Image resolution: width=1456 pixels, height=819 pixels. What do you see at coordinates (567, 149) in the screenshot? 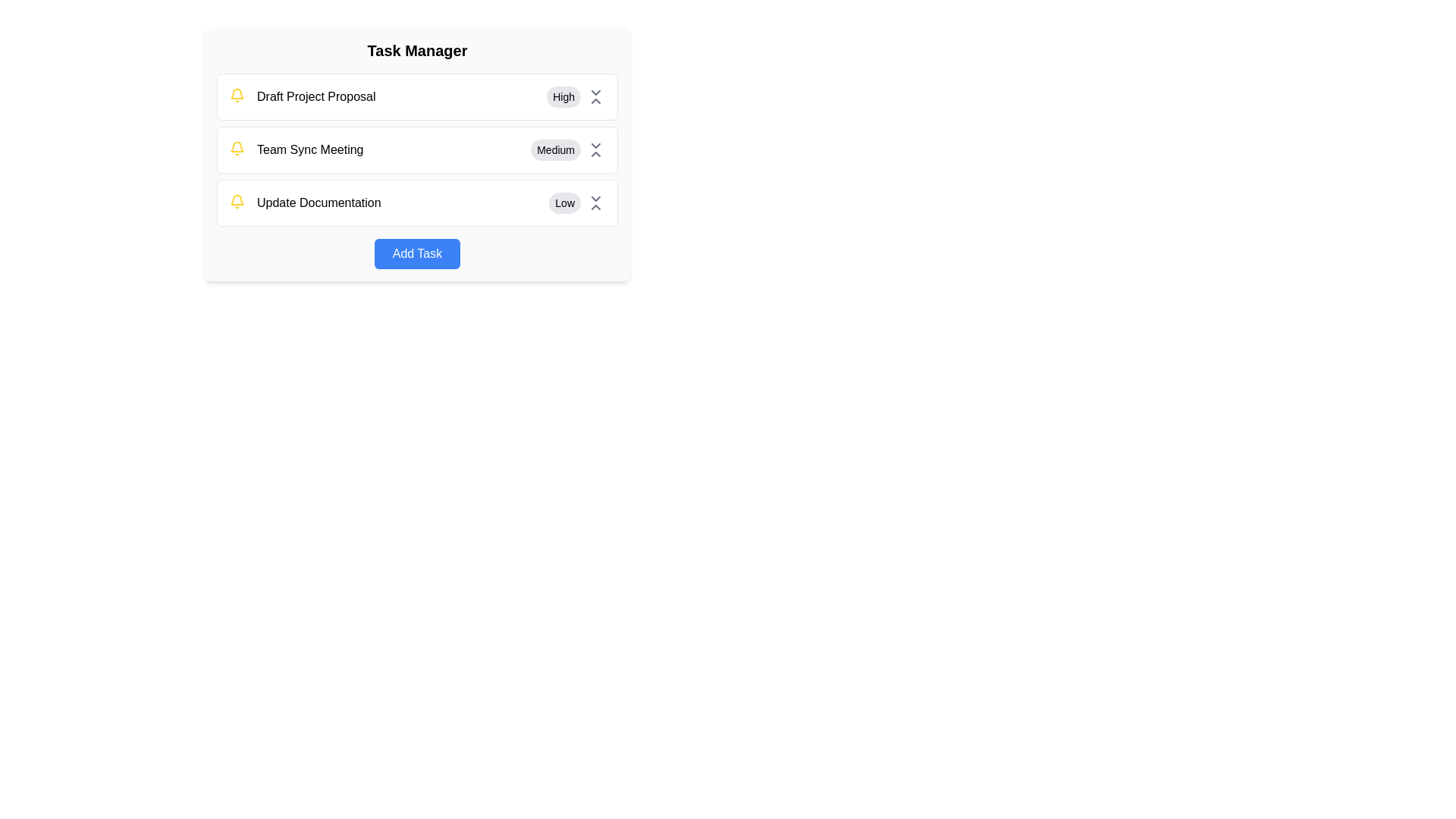
I see `the interactive dropdown label for the task priority in the 'Team Sync Meeting' block` at bounding box center [567, 149].